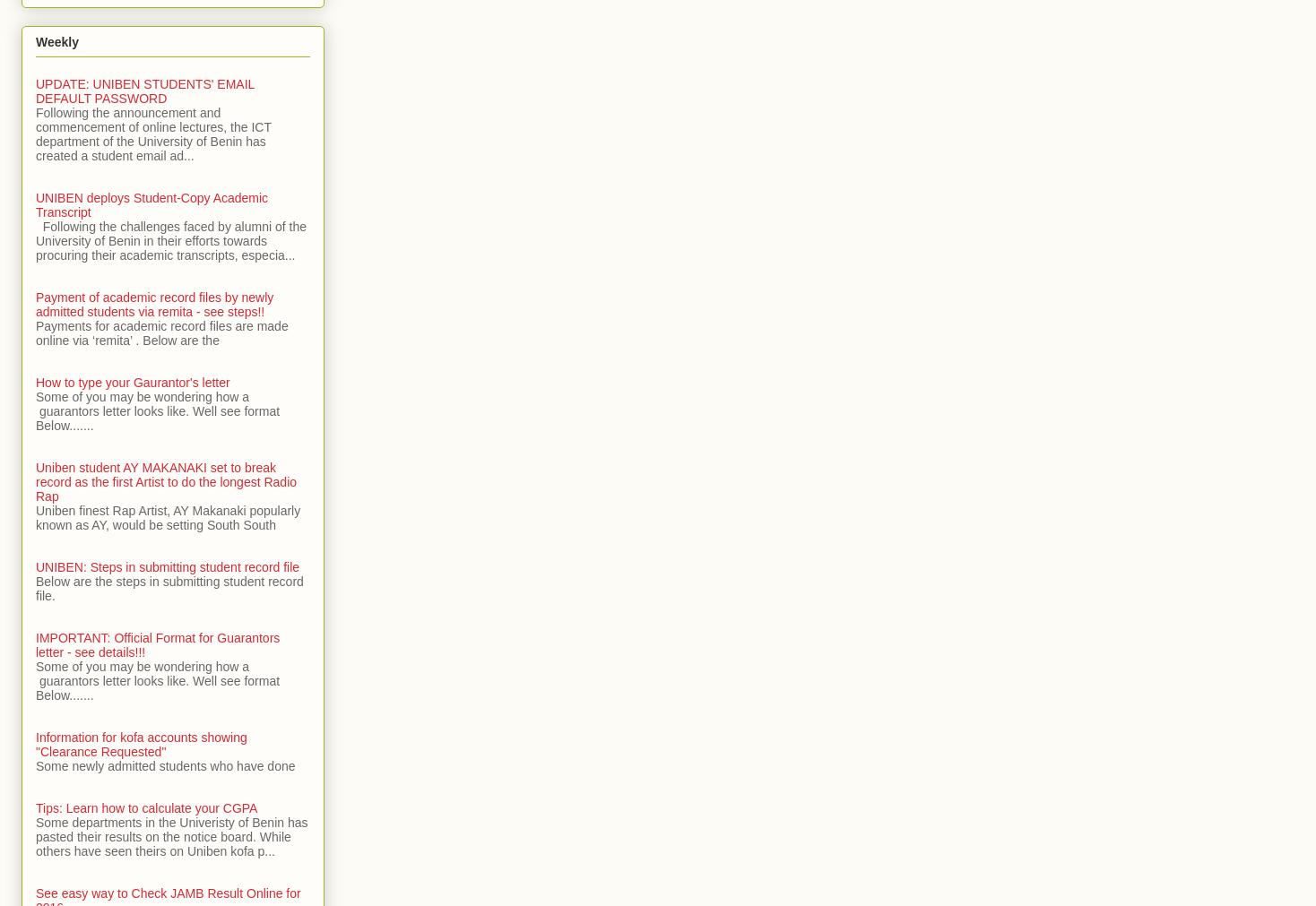  What do you see at coordinates (151, 203) in the screenshot?
I see `'UNIBEN deploys Student-Copy Academic Transcript'` at bounding box center [151, 203].